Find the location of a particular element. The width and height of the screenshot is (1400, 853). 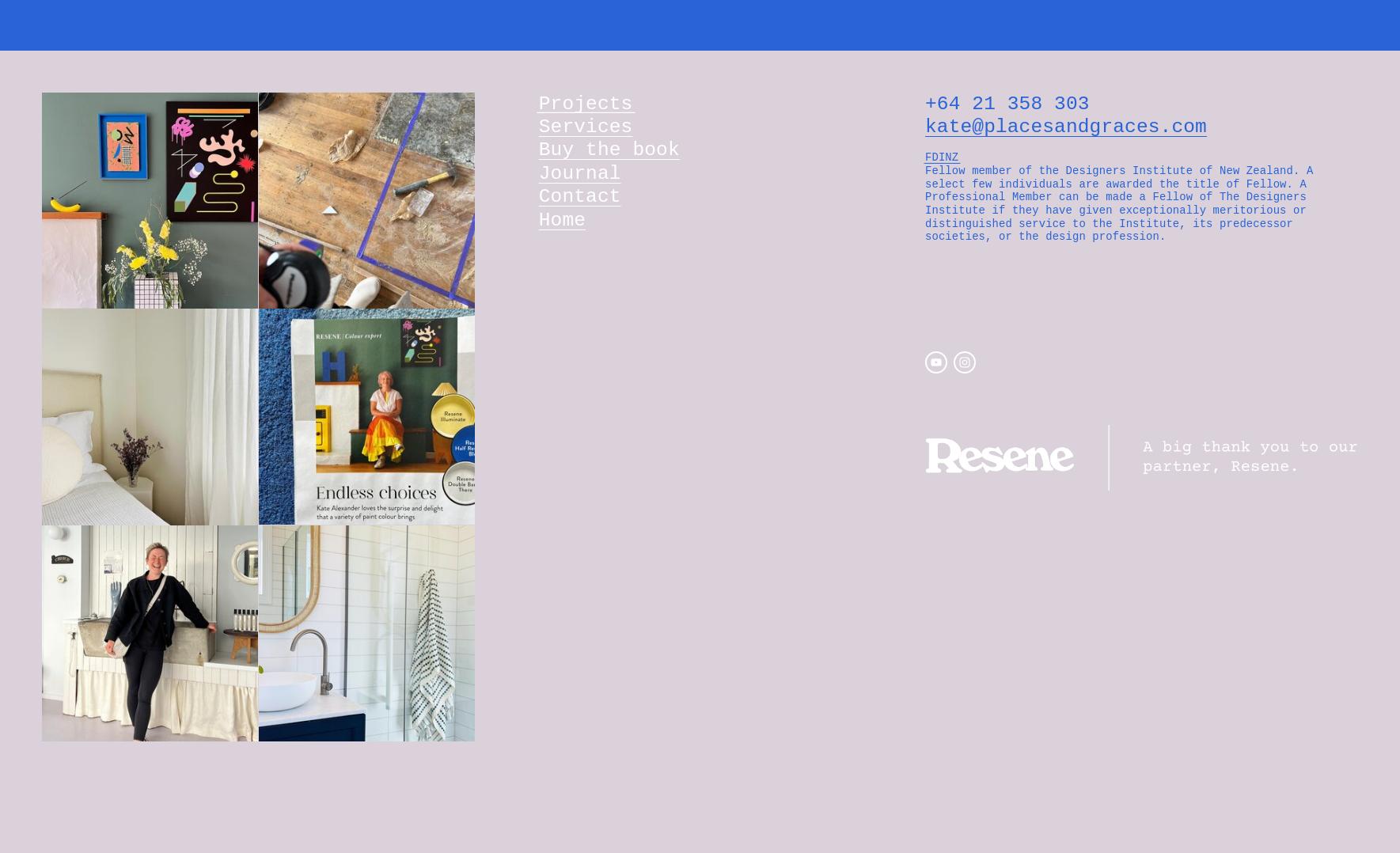

'Fellow member of the Designers Institute of New Zealand. A select few individuals are awarded the title of Fellow. A Professional Member can be made a Fellow of The Designers Institute if they have given exceptionally meritorious or distinguished service to the Institute, its predecessor societies, or the design profession.' is located at coordinates (1121, 203).